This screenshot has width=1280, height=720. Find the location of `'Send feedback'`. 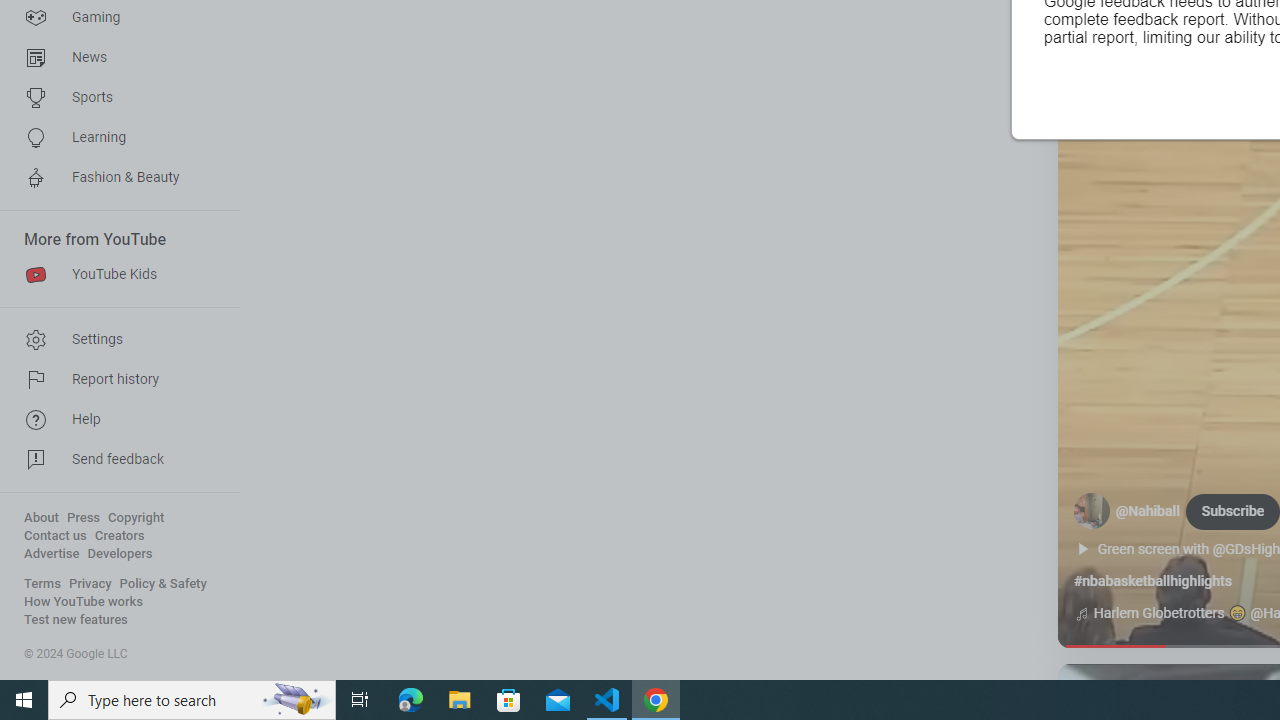

'Send feedback' is located at coordinates (112, 460).